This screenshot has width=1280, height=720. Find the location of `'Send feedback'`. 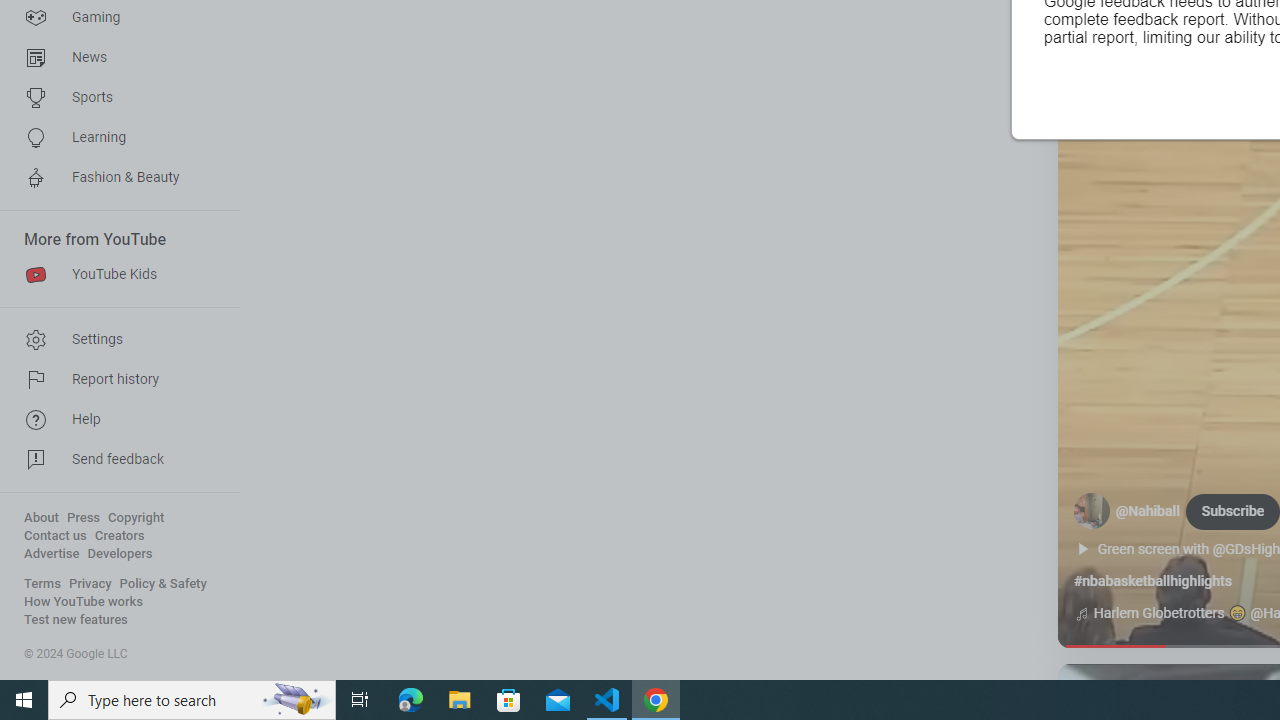

'Send feedback' is located at coordinates (112, 460).